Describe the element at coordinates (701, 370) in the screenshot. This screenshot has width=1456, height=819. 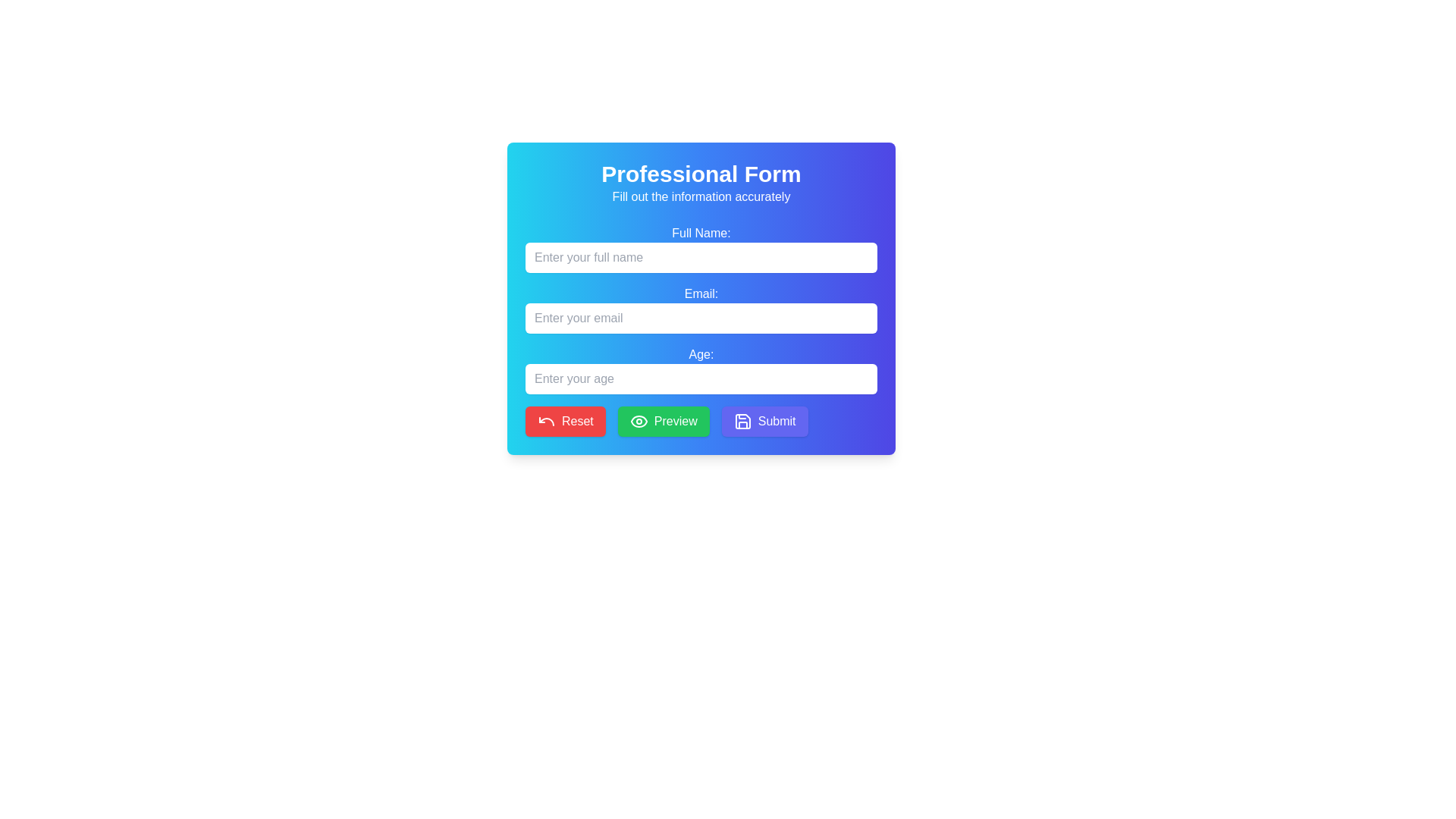
I see `the labeled text input field for numerical input, which is designed for users to enter their age` at that location.